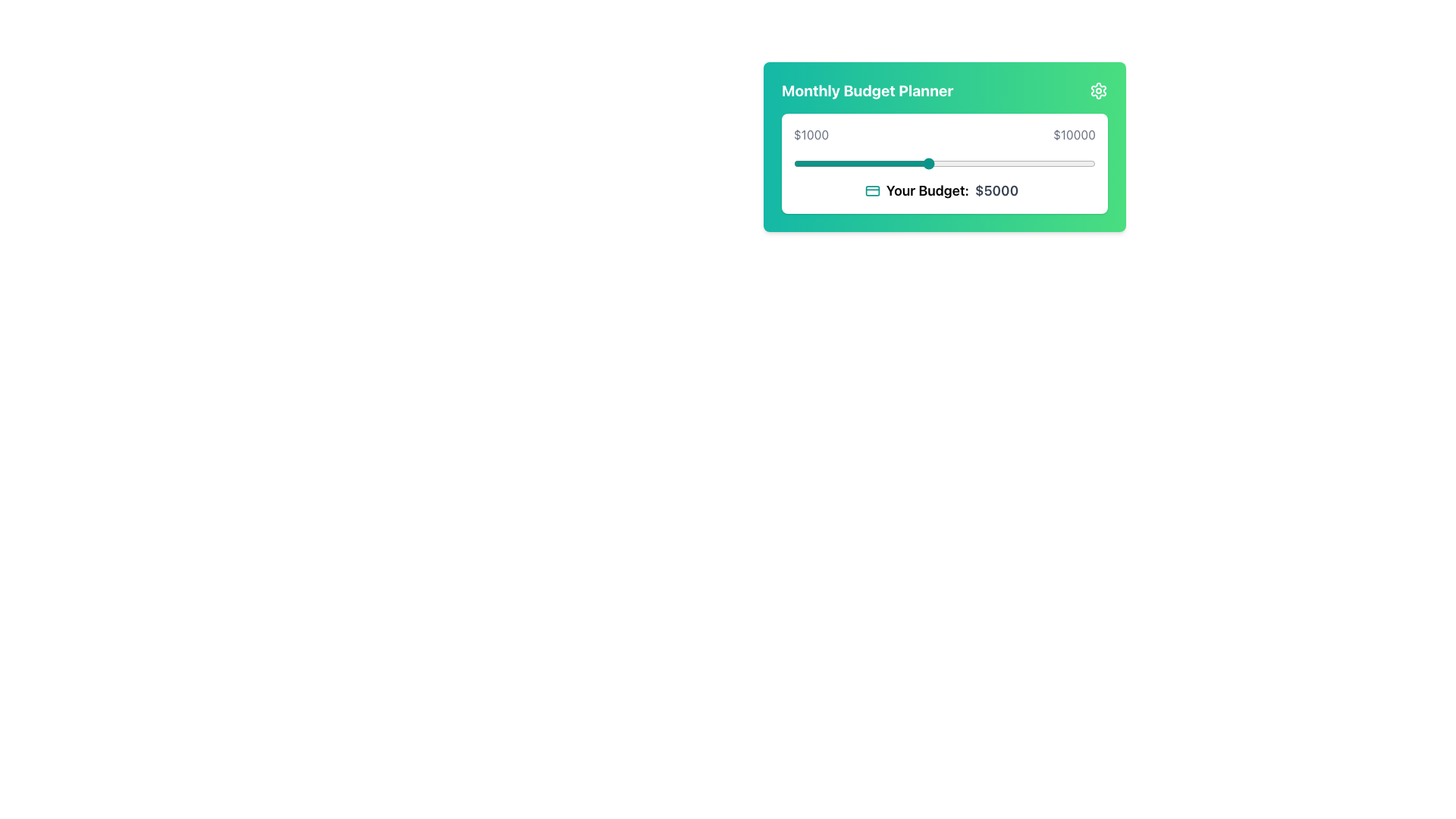 Image resolution: width=1456 pixels, height=819 pixels. What do you see at coordinates (868, 90) in the screenshot?
I see `title 'Monthly Budget Planner' from the text label, which is located at the top-left corner of the green card-like interface` at bounding box center [868, 90].